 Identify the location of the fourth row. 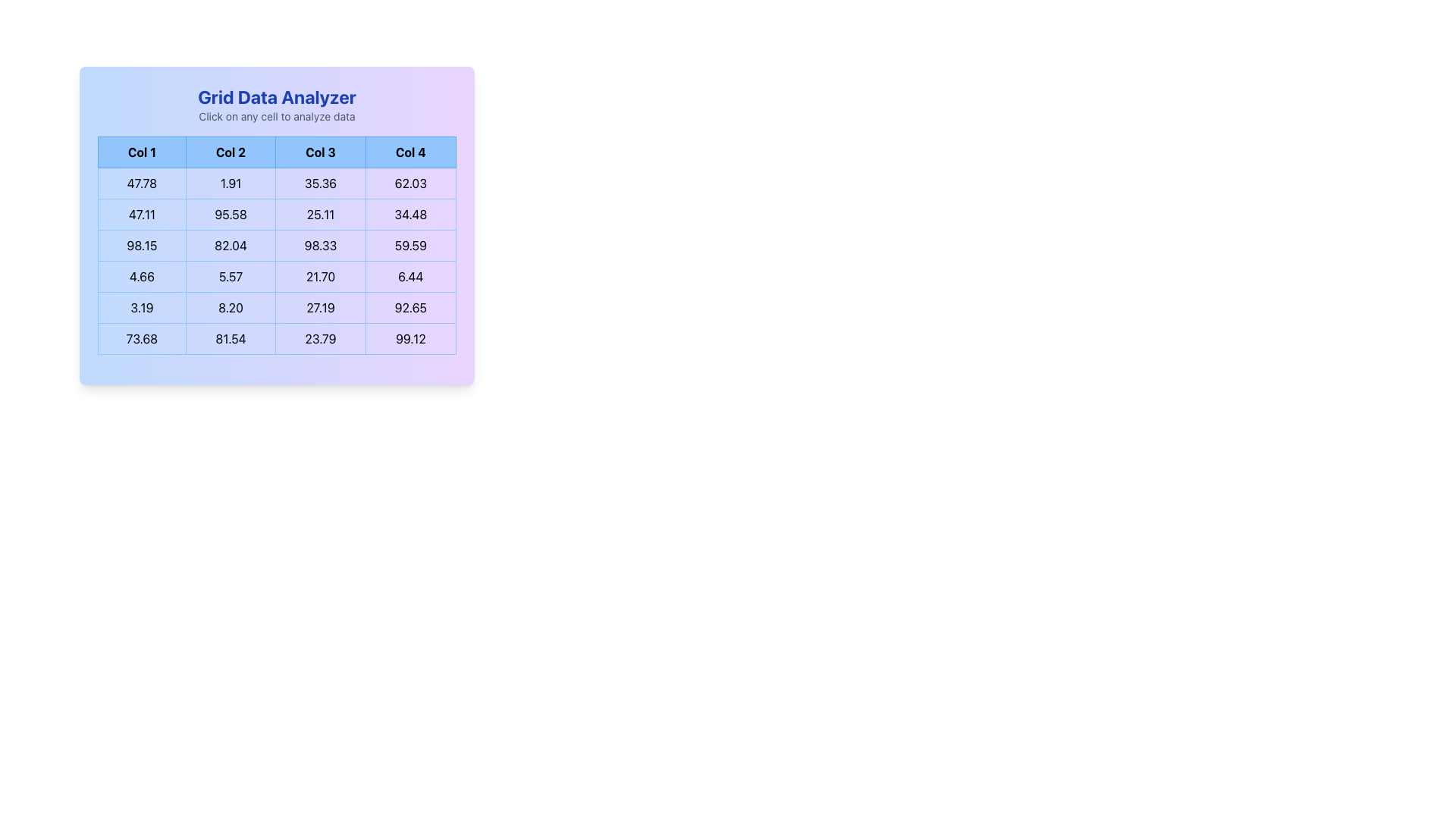
(277, 277).